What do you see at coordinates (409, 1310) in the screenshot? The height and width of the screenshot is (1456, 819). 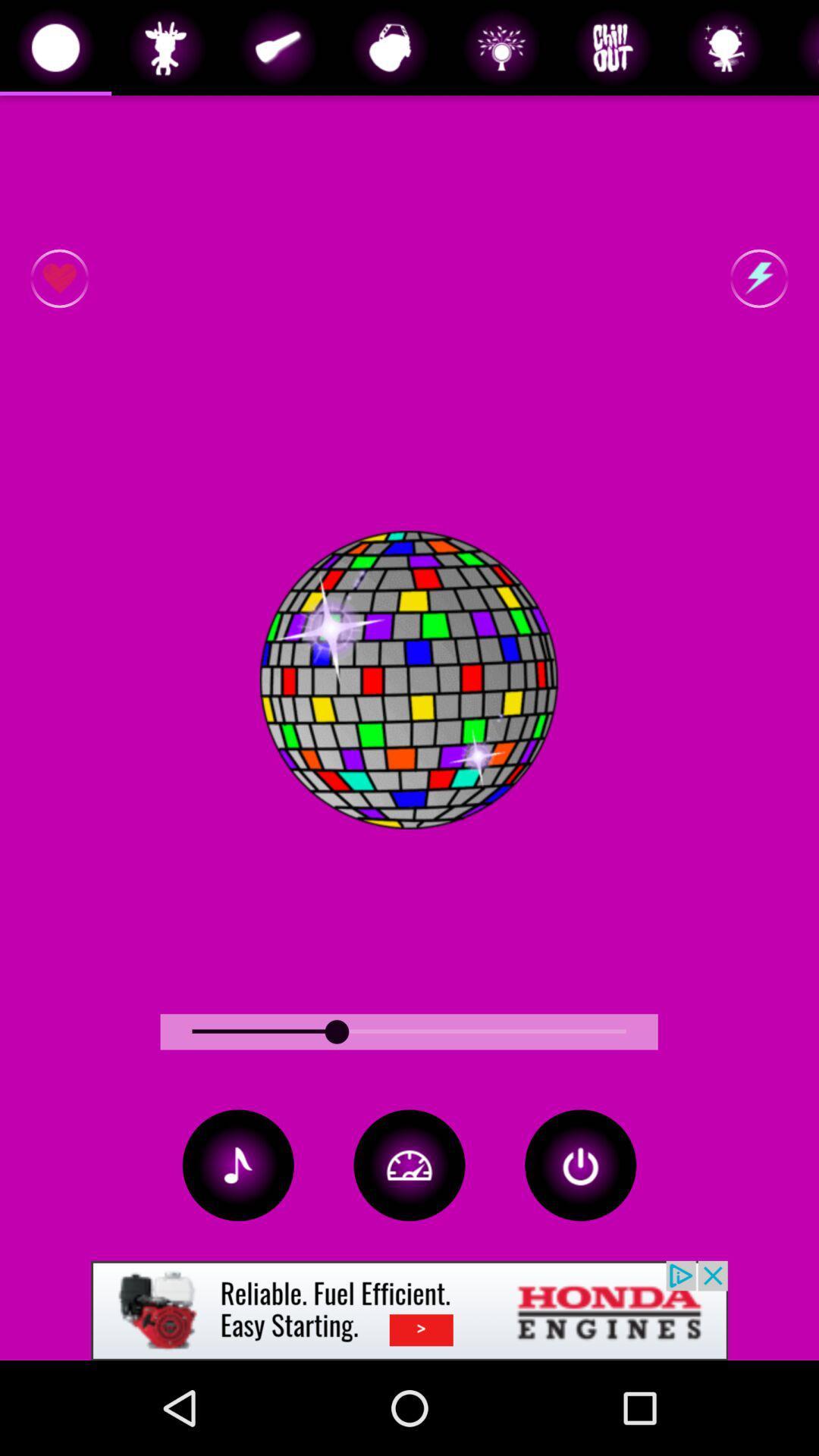 I see `share the article` at bounding box center [409, 1310].